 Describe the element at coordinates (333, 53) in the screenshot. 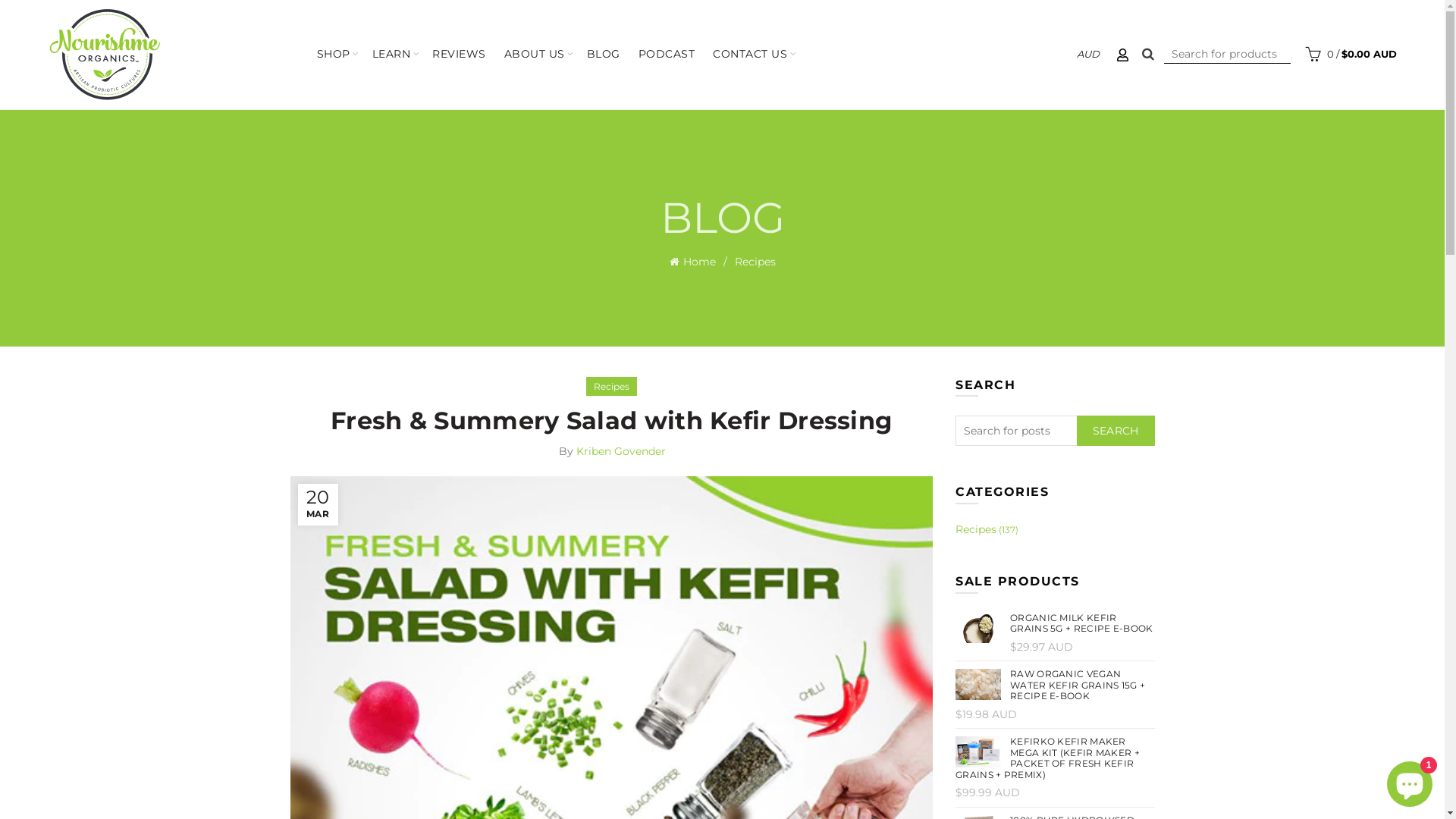

I see `'SHOP'` at that location.